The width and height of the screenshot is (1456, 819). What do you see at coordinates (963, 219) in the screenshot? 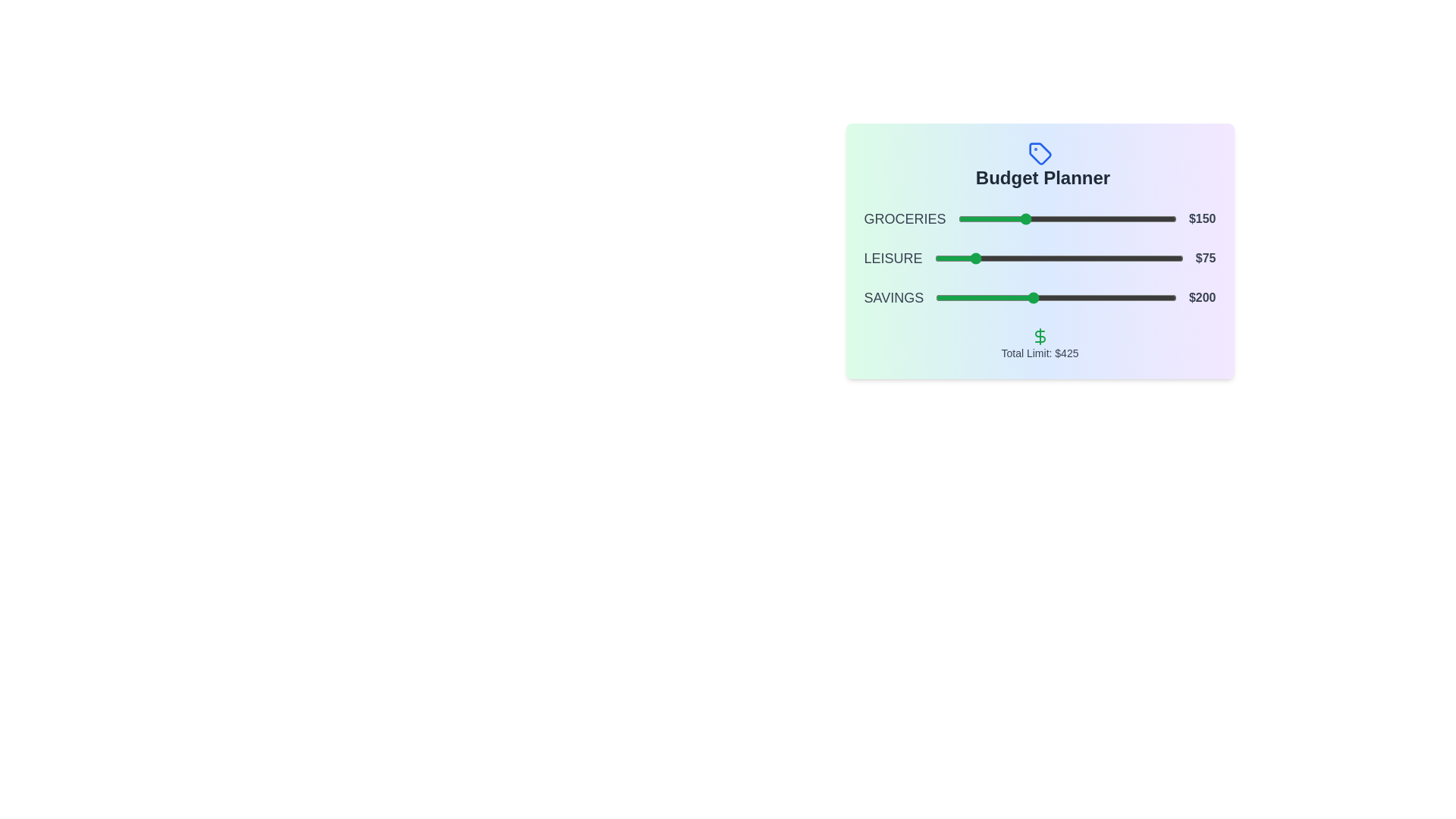
I see `the slider for 0 to 14` at bounding box center [963, 219].